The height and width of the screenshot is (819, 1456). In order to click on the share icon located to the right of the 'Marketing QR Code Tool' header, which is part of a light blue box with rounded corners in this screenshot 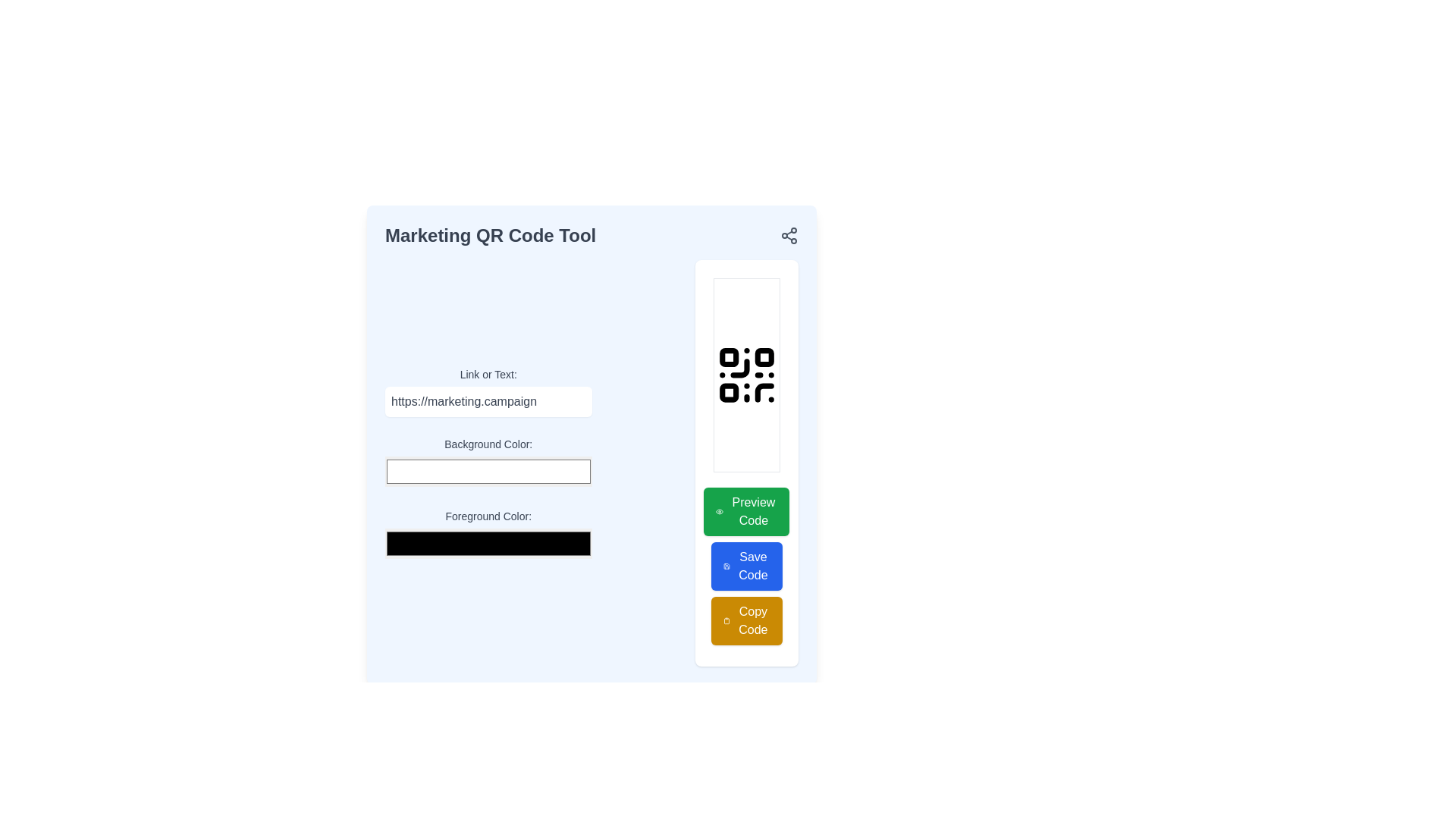, I will do `click(591, 236)`.